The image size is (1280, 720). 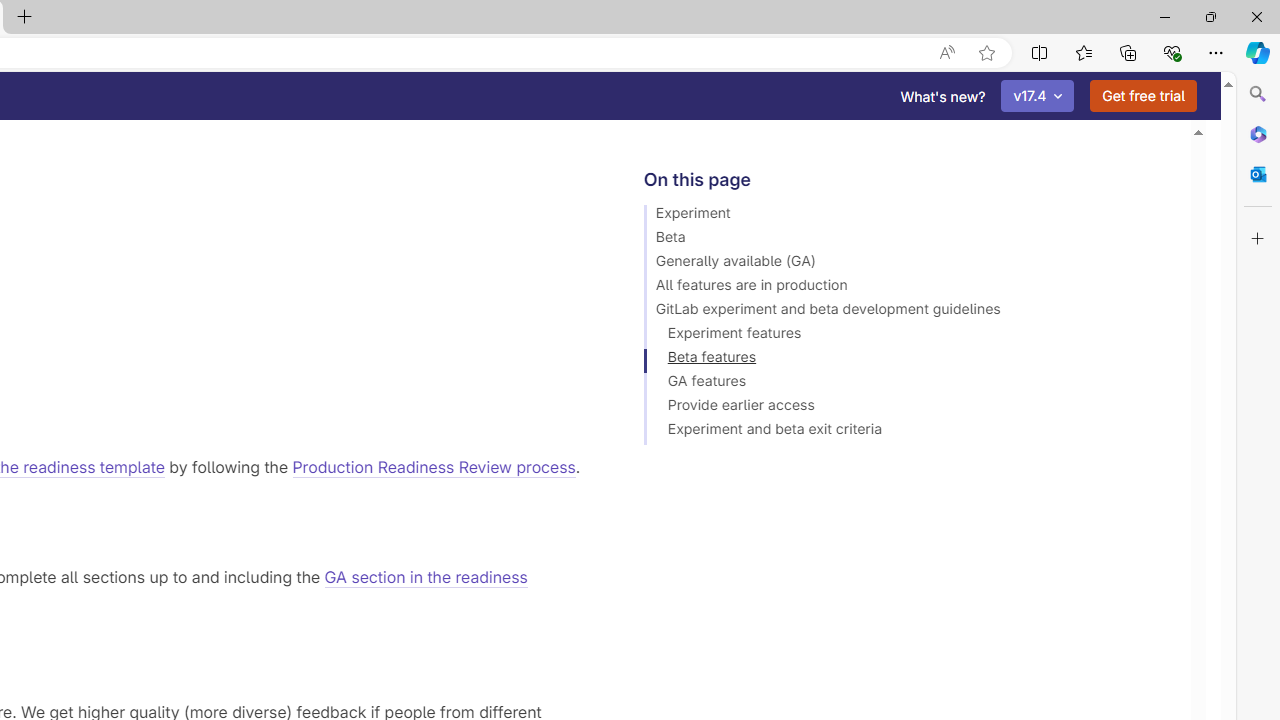 I want to click on 'What', so click(x=942, y=96).